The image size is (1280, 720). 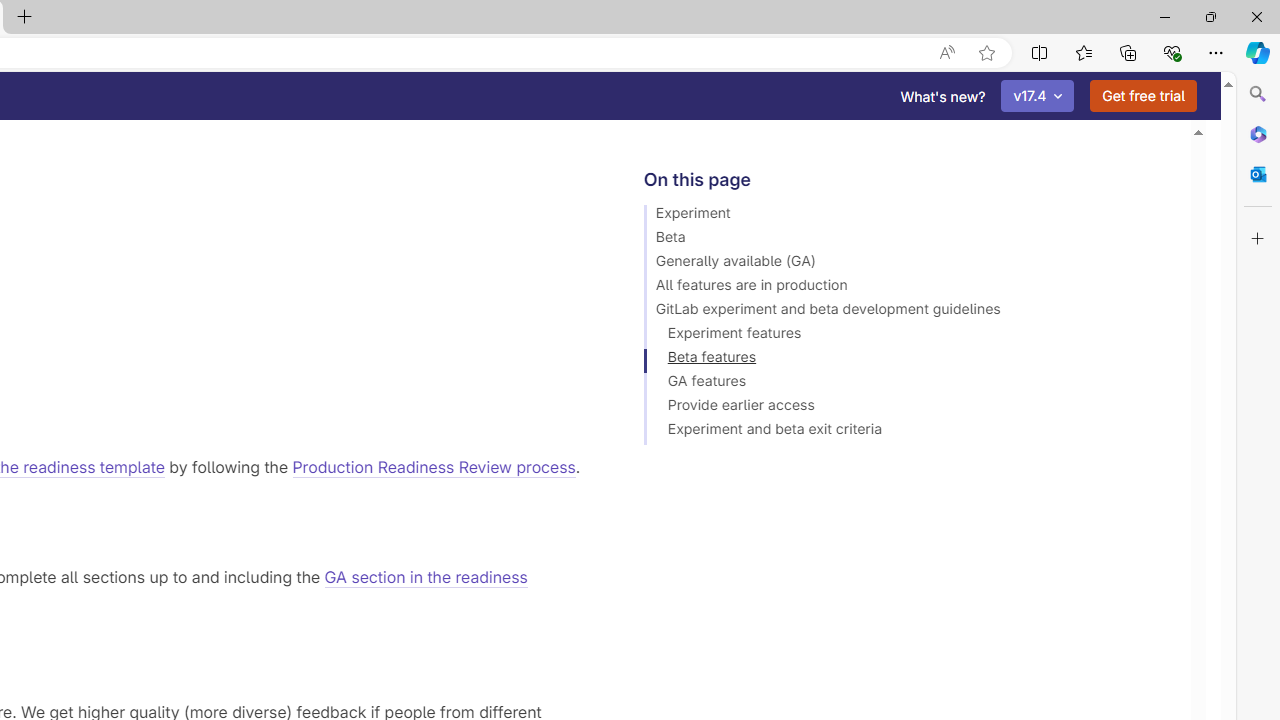 I want to click on 'What', so click(x=942, y=96).